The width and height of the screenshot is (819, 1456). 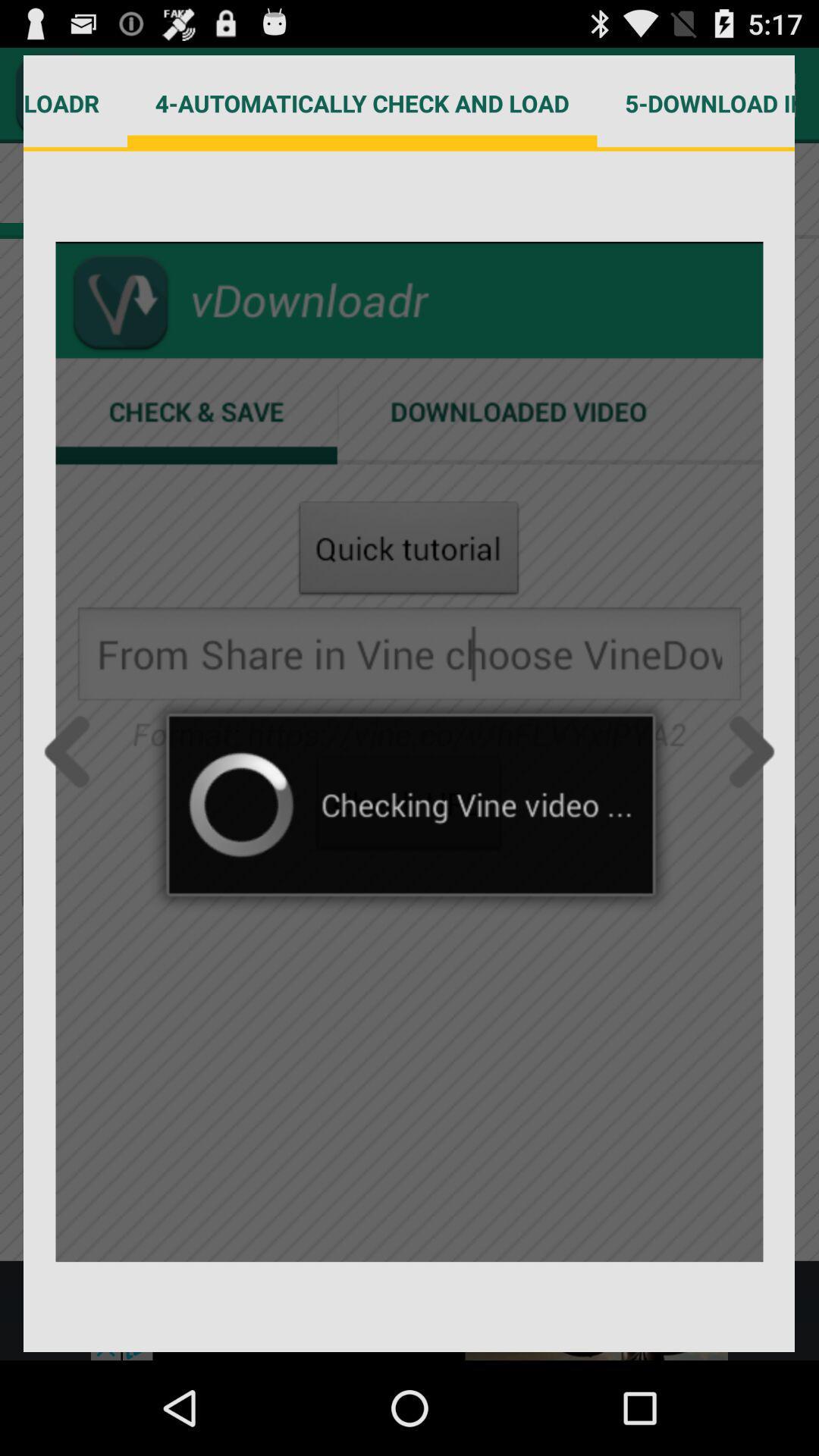 What do you see at coordinates (75, 102) in the screenshot?
I see `item to the left of the 4 automatically check` at bounding box center [75, 102].